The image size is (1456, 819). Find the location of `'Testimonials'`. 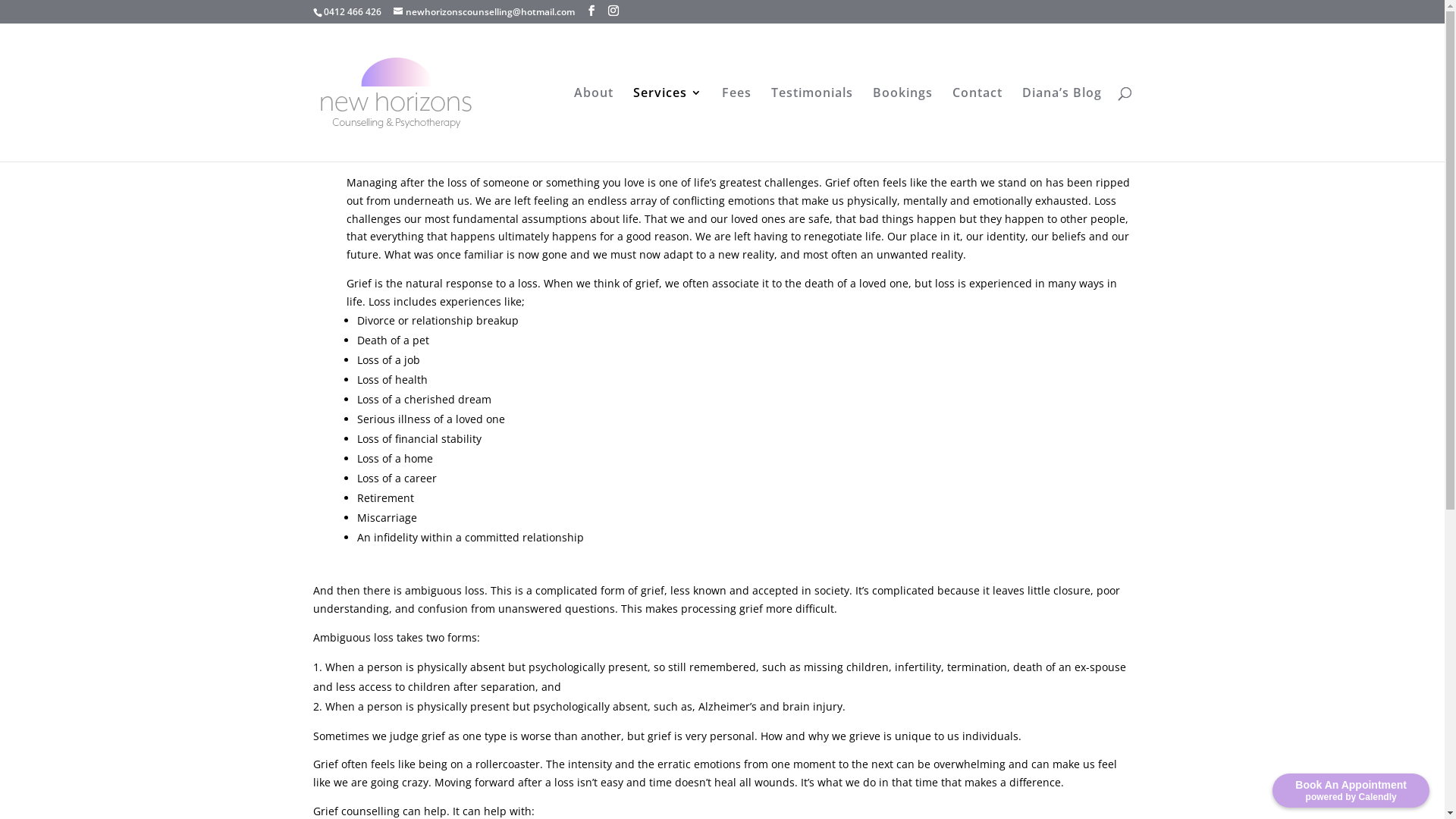

'Testimonials' is located at coordinates (811, 124).